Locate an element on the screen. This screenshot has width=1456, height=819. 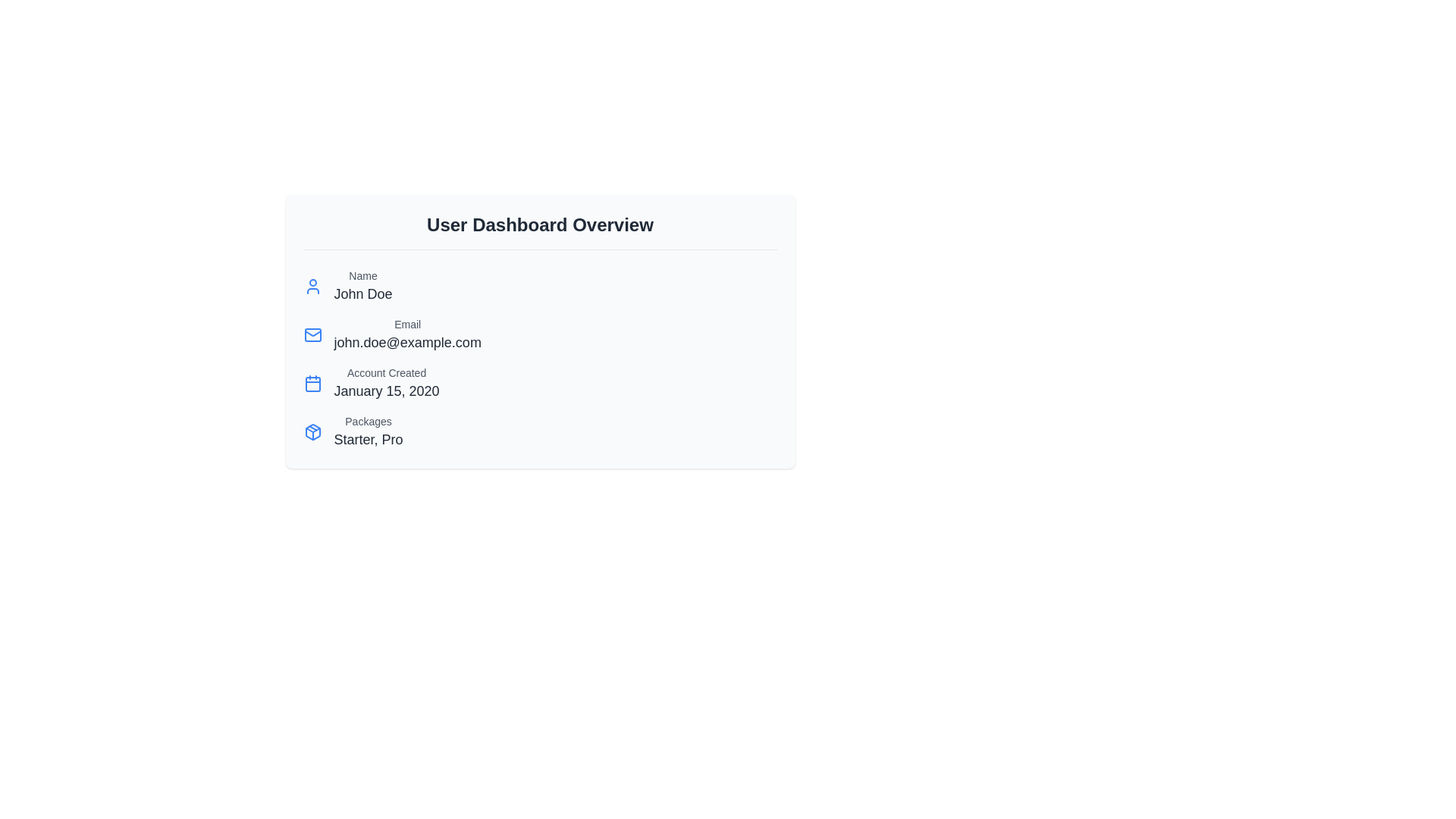
the text label displaying 'John Doe' is located at coordinates (362, 294).